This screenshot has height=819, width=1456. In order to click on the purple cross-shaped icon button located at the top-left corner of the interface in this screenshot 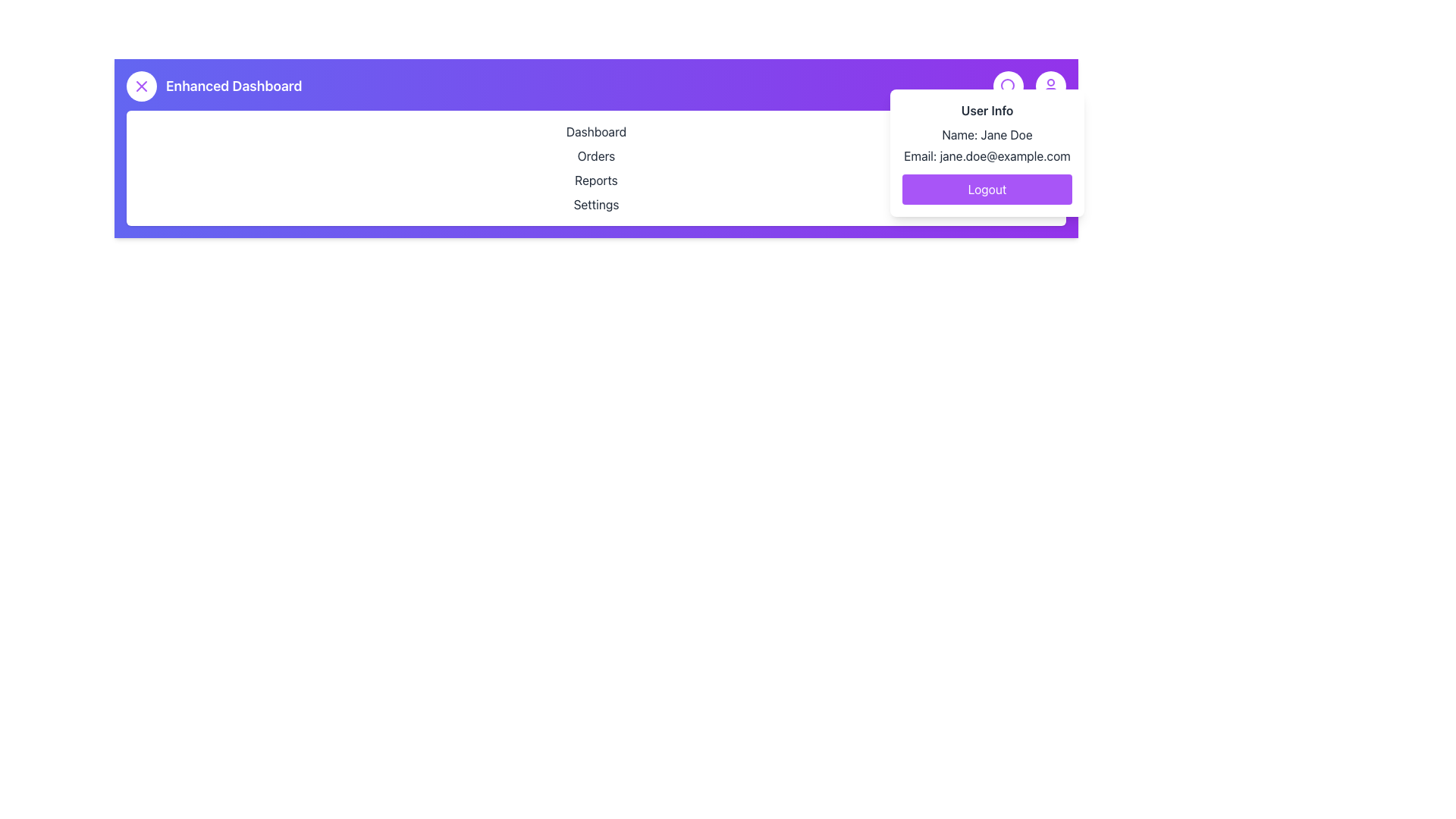, I will do `click(142, 86)`.